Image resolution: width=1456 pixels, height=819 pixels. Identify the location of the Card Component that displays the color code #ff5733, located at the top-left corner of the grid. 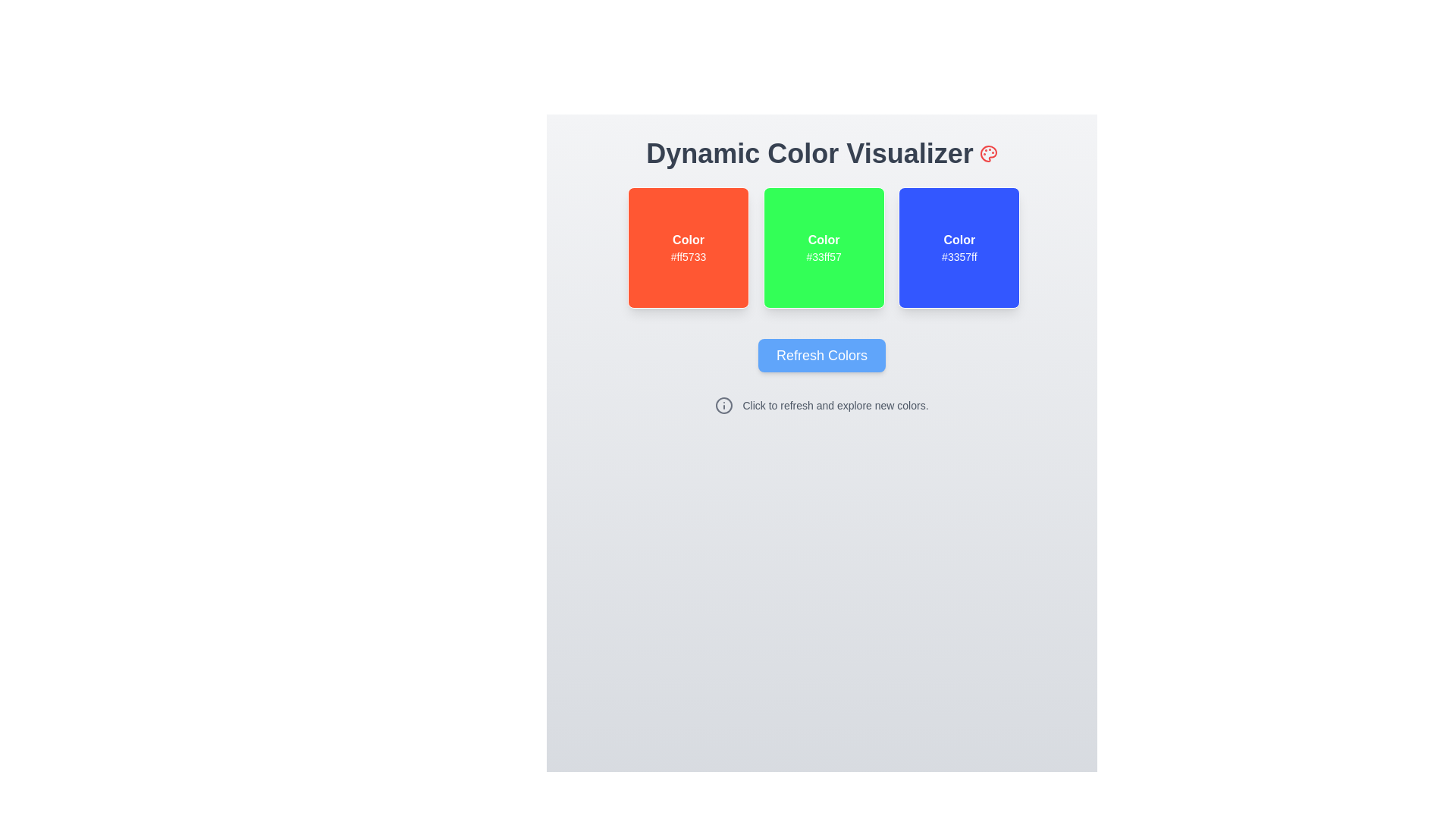
(687, 247).